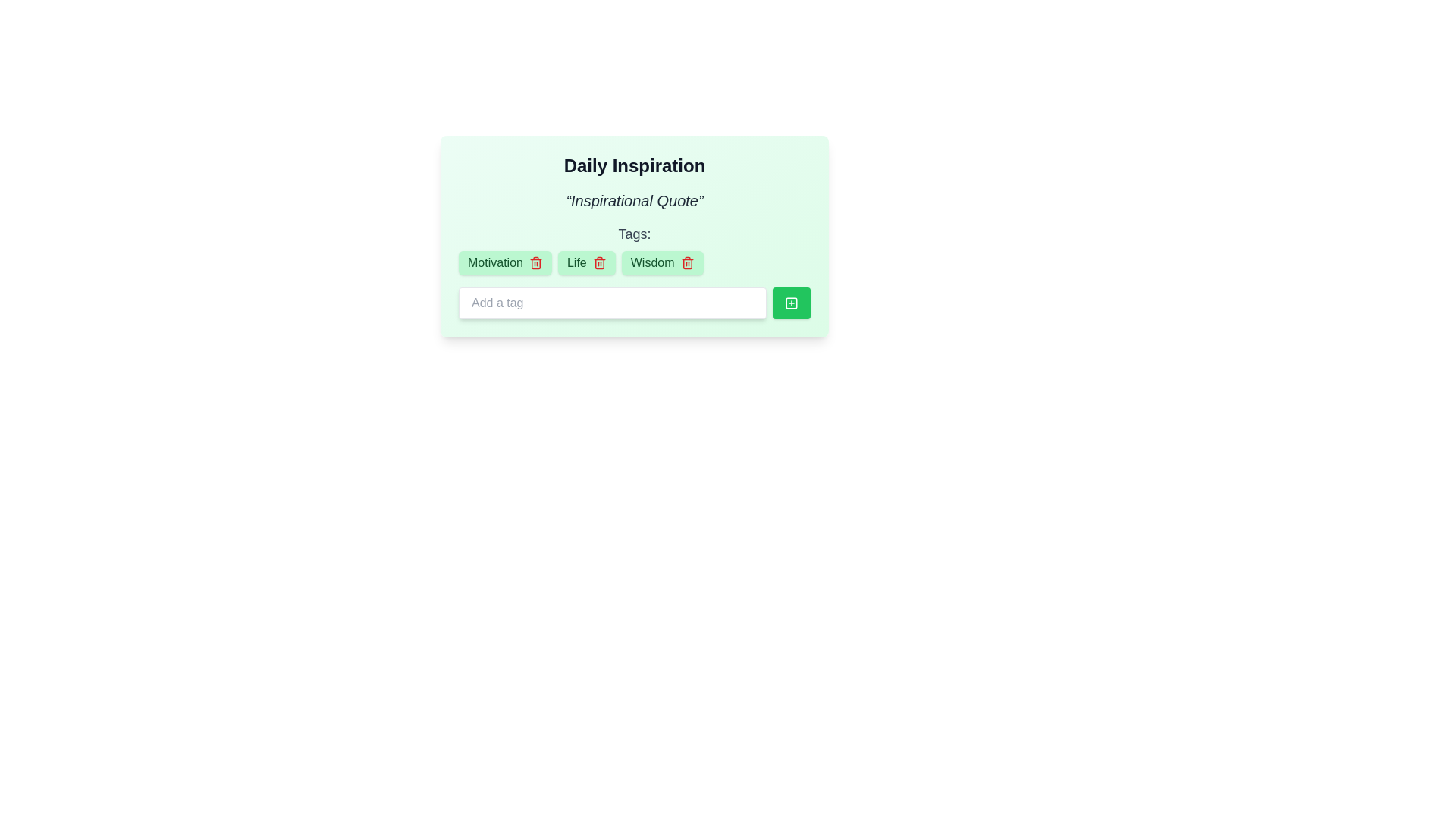 Image resolution: width=1456 pixels, height=819 pixels. Describe the element at coordinates (662, 262) in the screenshot. I see `the red trash icon` at that location.